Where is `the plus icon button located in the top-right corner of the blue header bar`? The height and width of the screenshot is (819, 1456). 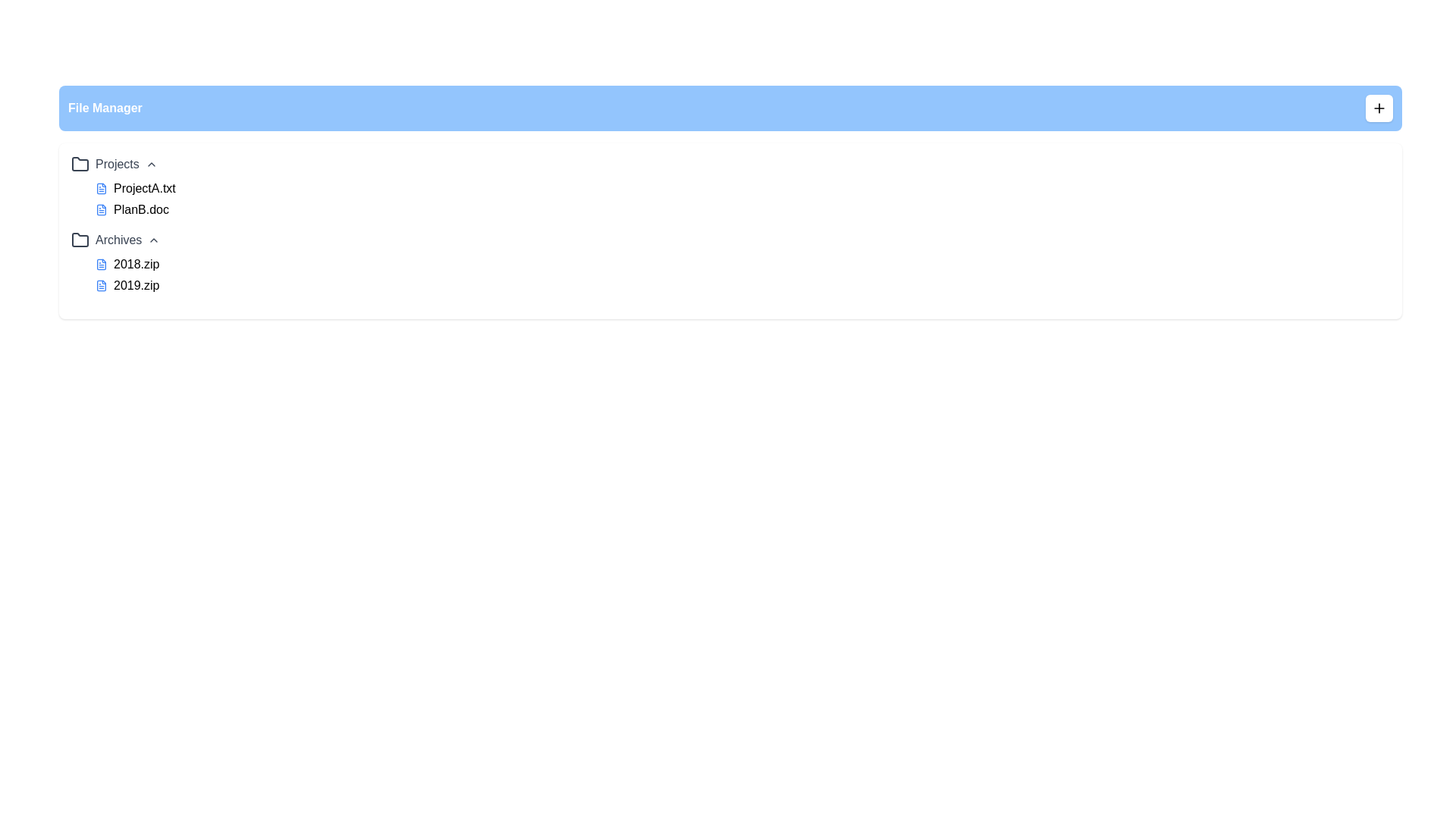 the plus icon button located in the top-right corner of the blue header bar is located at coordinates (1379, 107).